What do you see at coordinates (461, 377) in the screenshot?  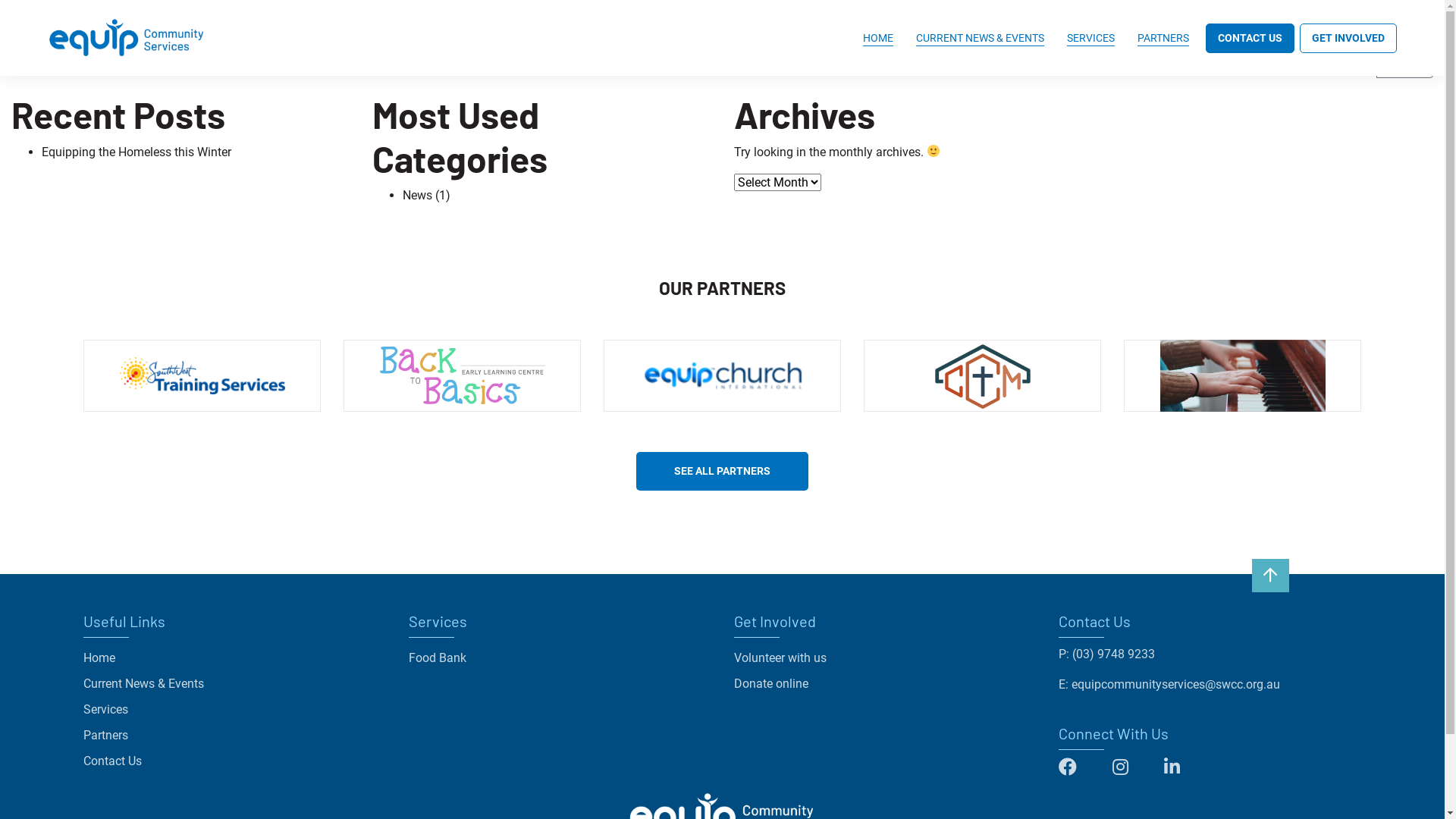 I see `'Back to Basics'` at bounding box center [461, 377].